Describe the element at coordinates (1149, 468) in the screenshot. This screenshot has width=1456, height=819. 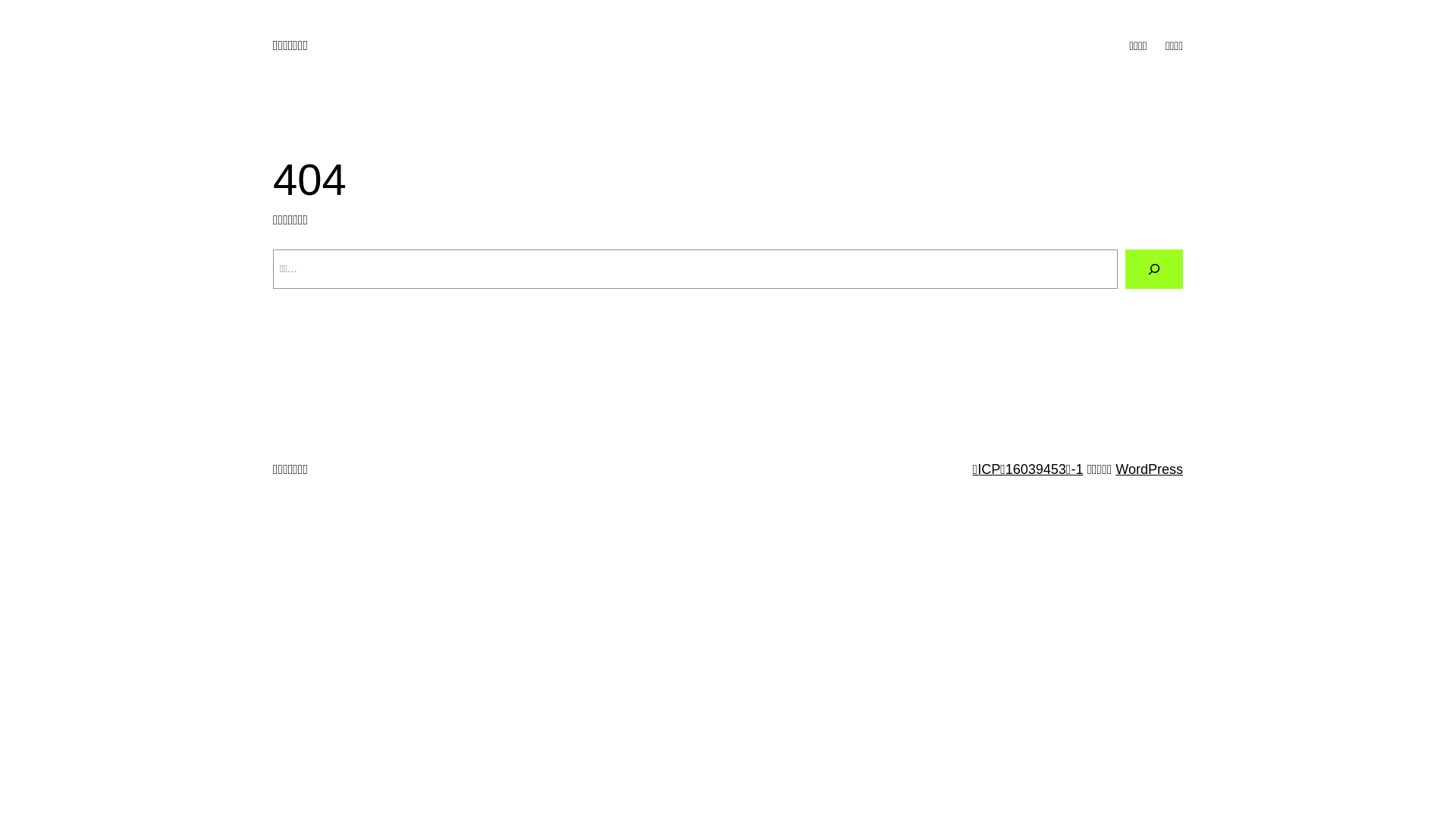
I see `'WordPress'` at that location.